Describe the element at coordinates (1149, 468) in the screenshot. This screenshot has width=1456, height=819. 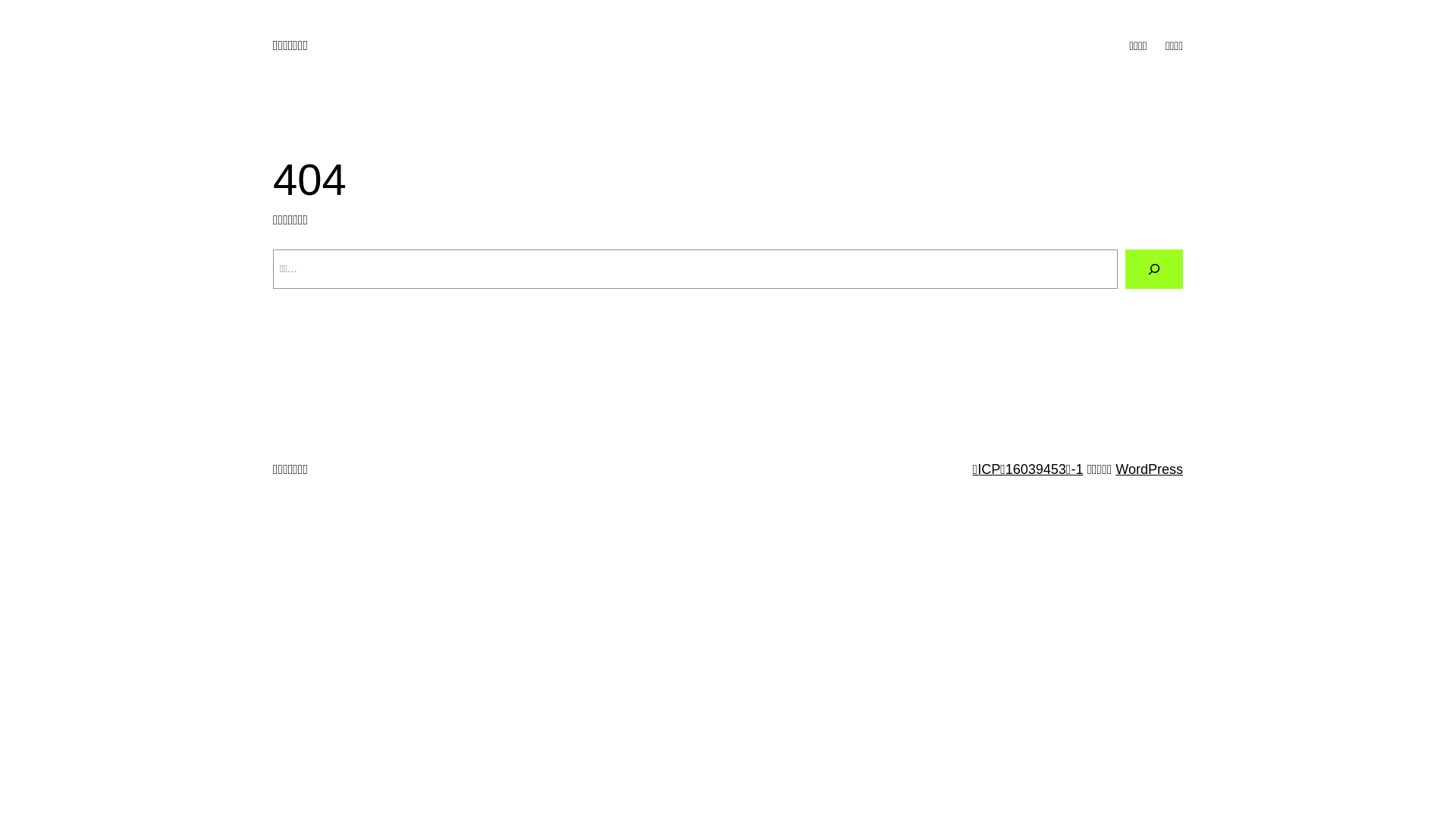
I see `'WordPress'` at that location.